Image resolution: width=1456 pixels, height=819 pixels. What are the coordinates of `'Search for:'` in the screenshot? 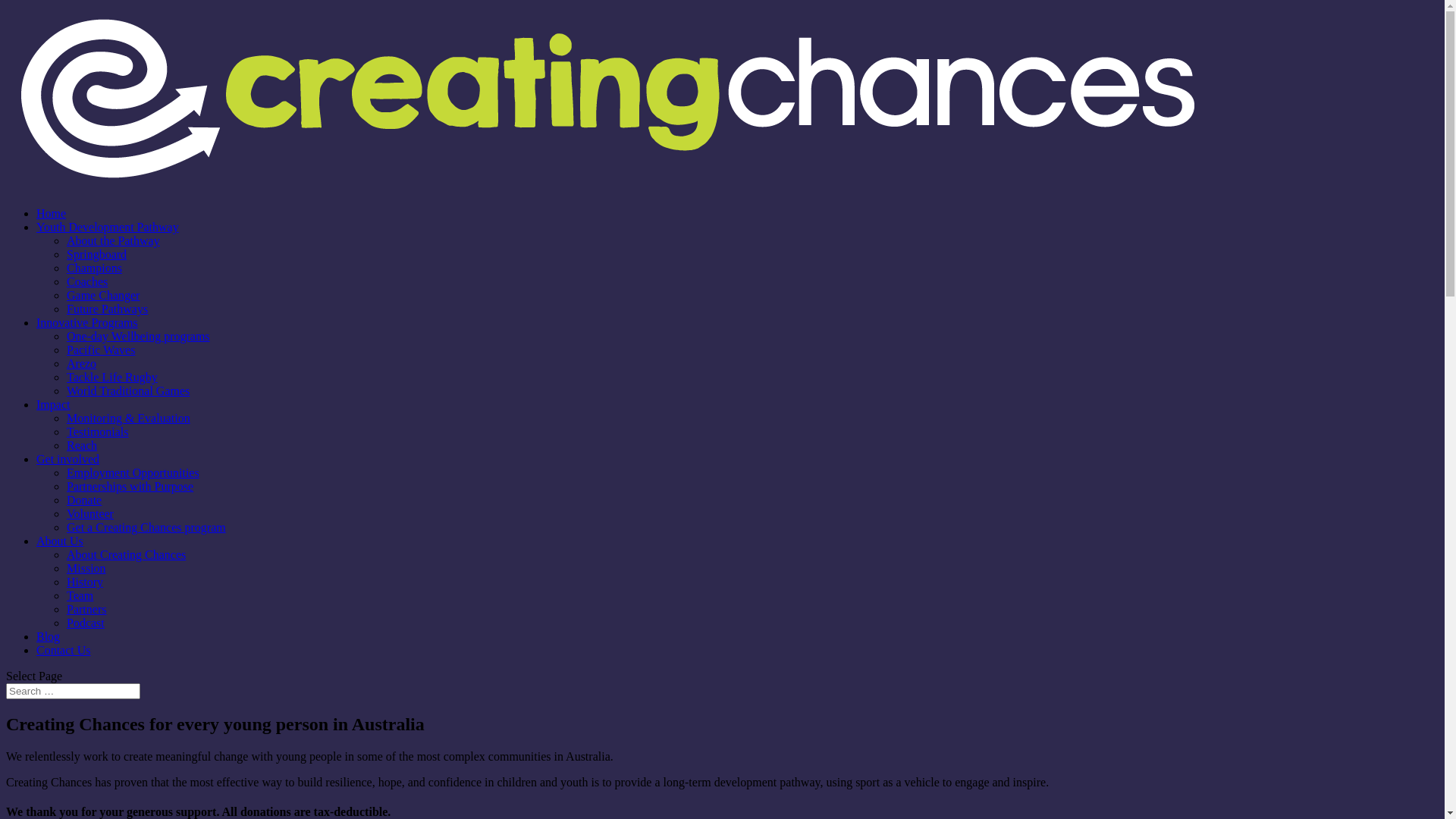 It's located at (6, 691).